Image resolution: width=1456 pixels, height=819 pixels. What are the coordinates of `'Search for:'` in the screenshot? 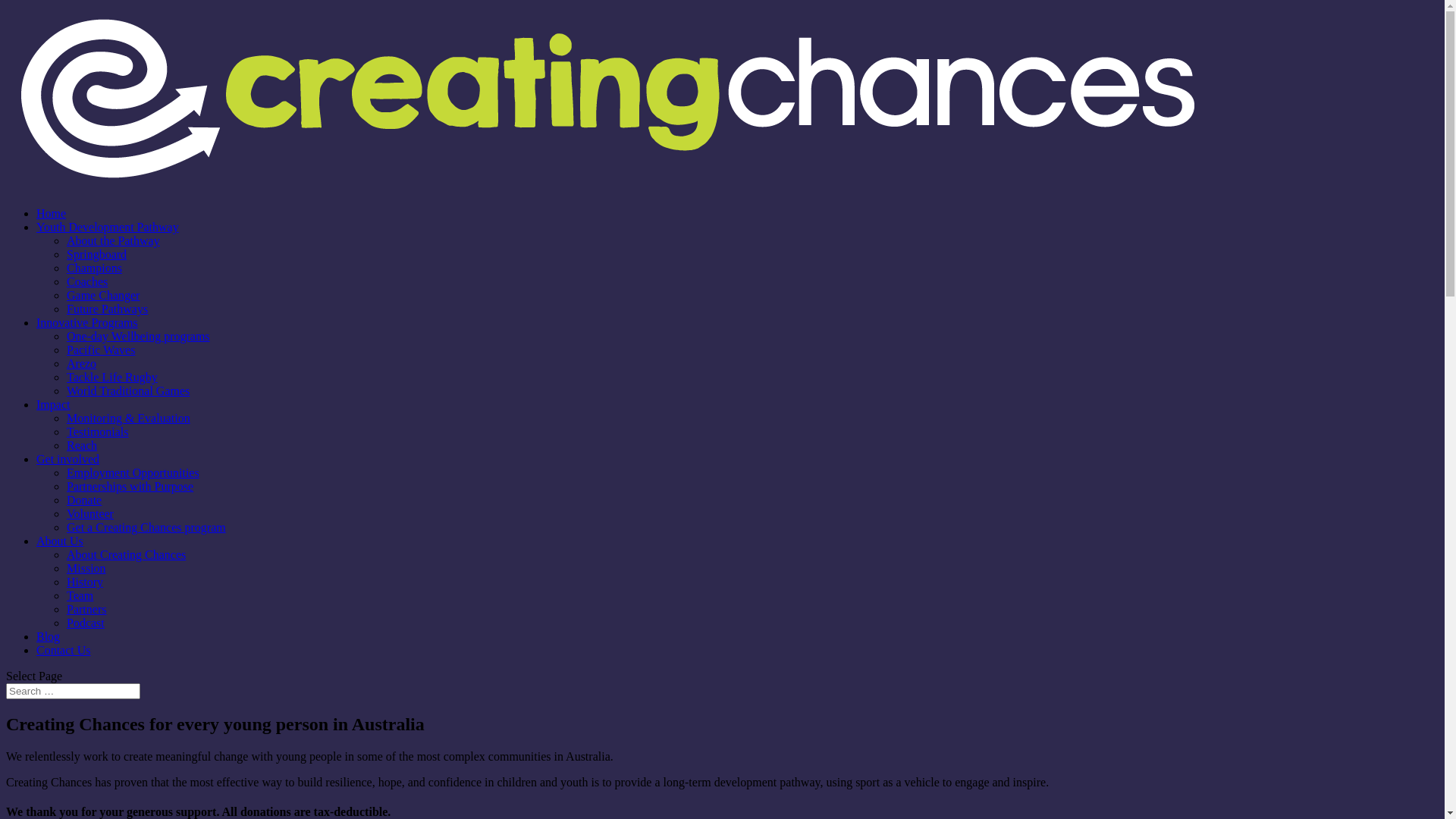 It's located at (6, 691).